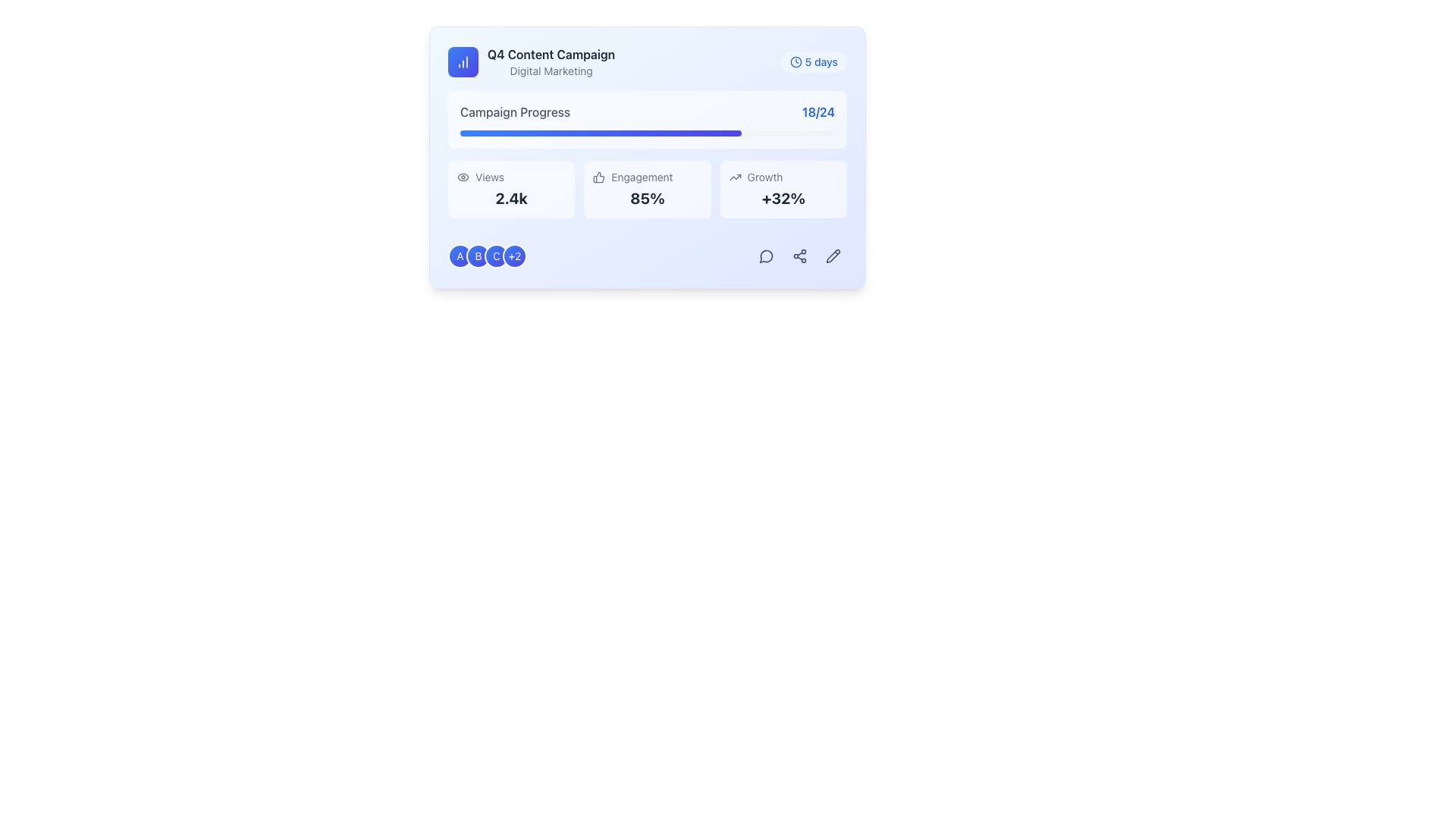 The height and width of the screenshot is (819, 1456). Describe the element at coordinates (551, 71) in the screenshot. I see `the static text label that provides a contextual tag for the main title 'Q4 Content Campaign', located directly below it and aligned left` at that location.